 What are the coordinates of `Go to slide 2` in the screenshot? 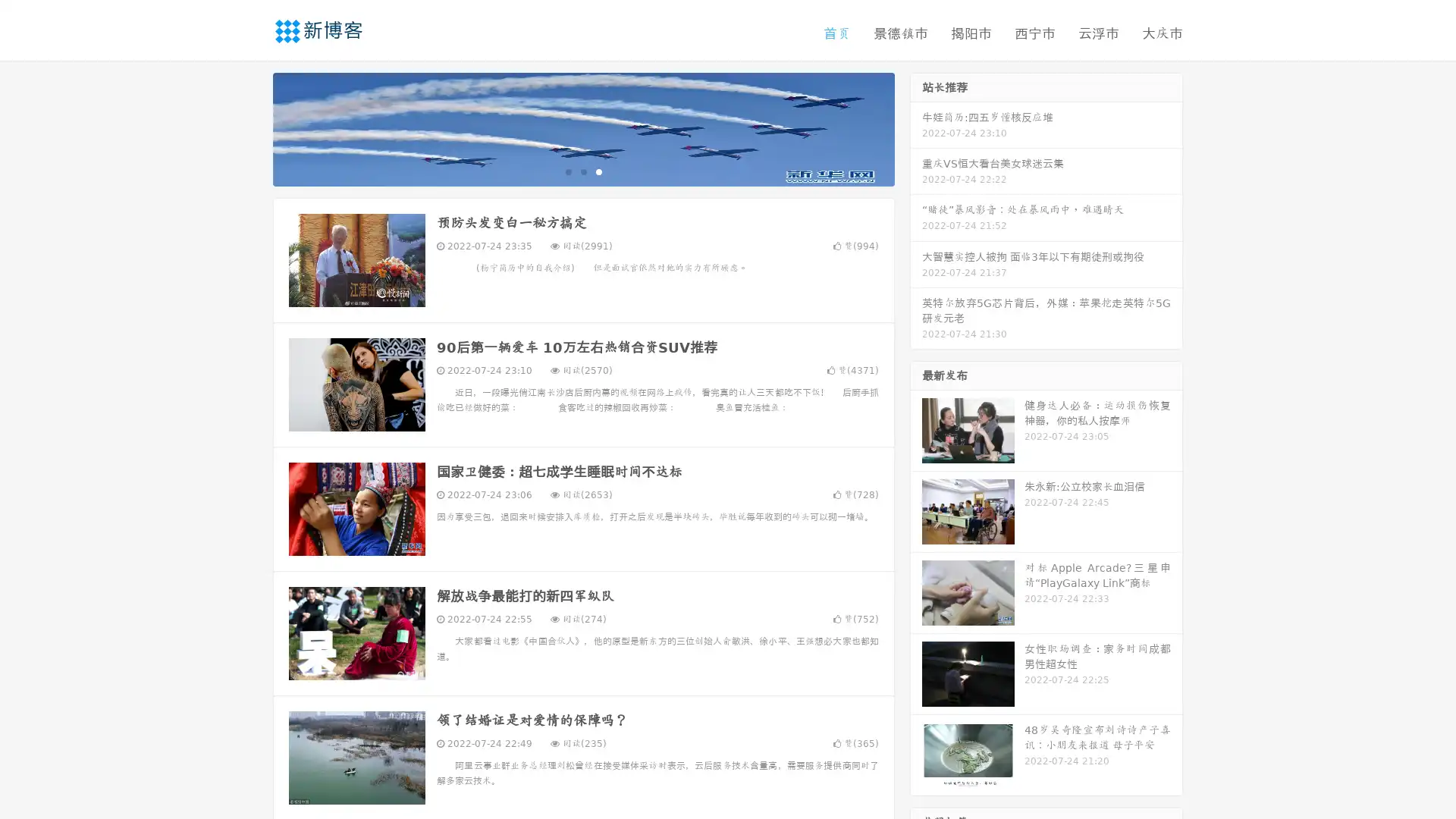 It's located at (582, 171).